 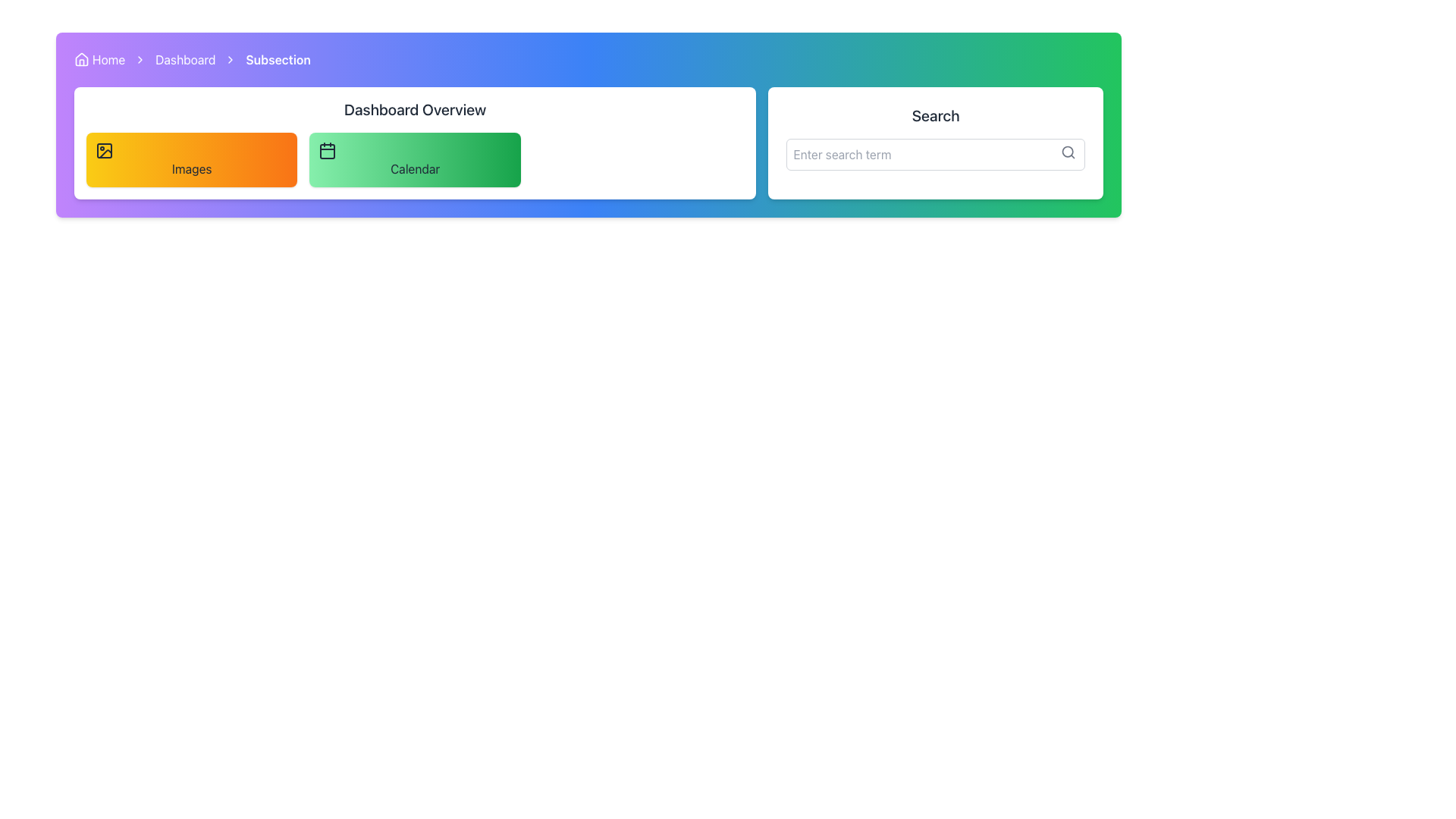 What do you see at coordinates (327, 151) in the screenshot?
I see `the Calendar icon which is part of the 'Calendar' card in the 'Dashboard Overview' section, centrally aligned above the 'Calendar' text` at bounding box center [327, 151].